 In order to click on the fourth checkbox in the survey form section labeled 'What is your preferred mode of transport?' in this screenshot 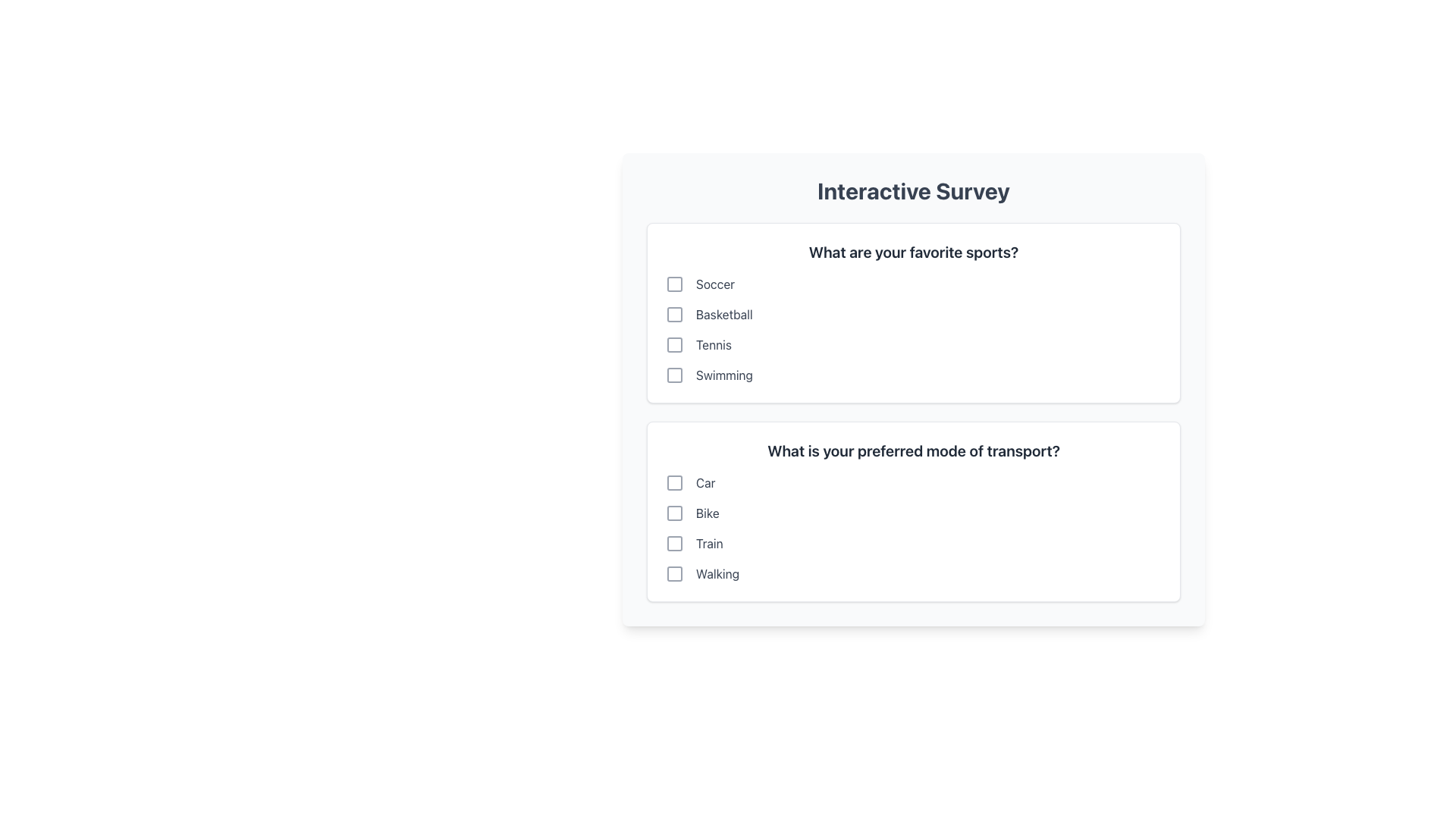, I will do `click(673, 573)`.